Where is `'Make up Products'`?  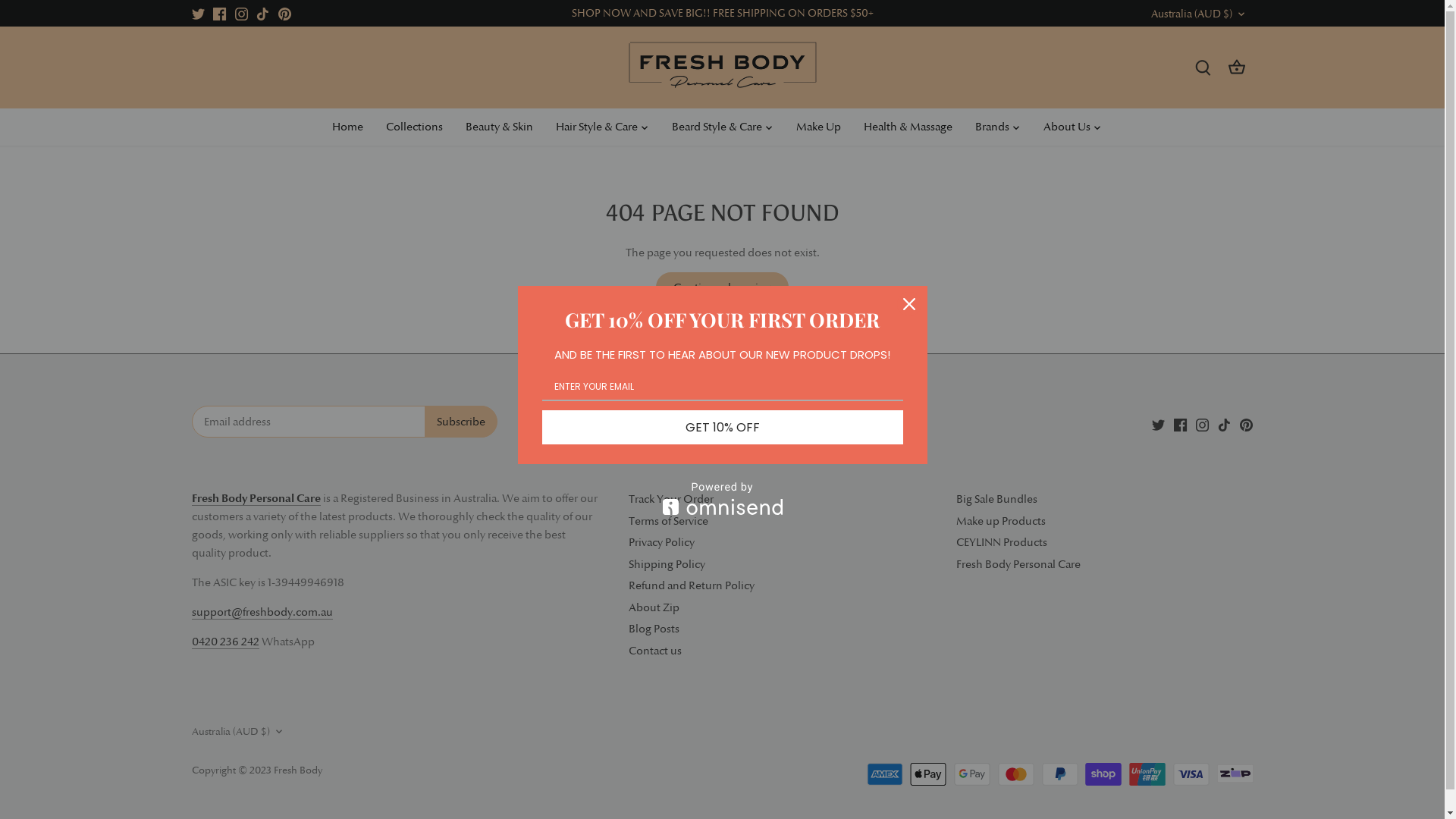
'Make up Products' is located at coordinates (1000, 520).